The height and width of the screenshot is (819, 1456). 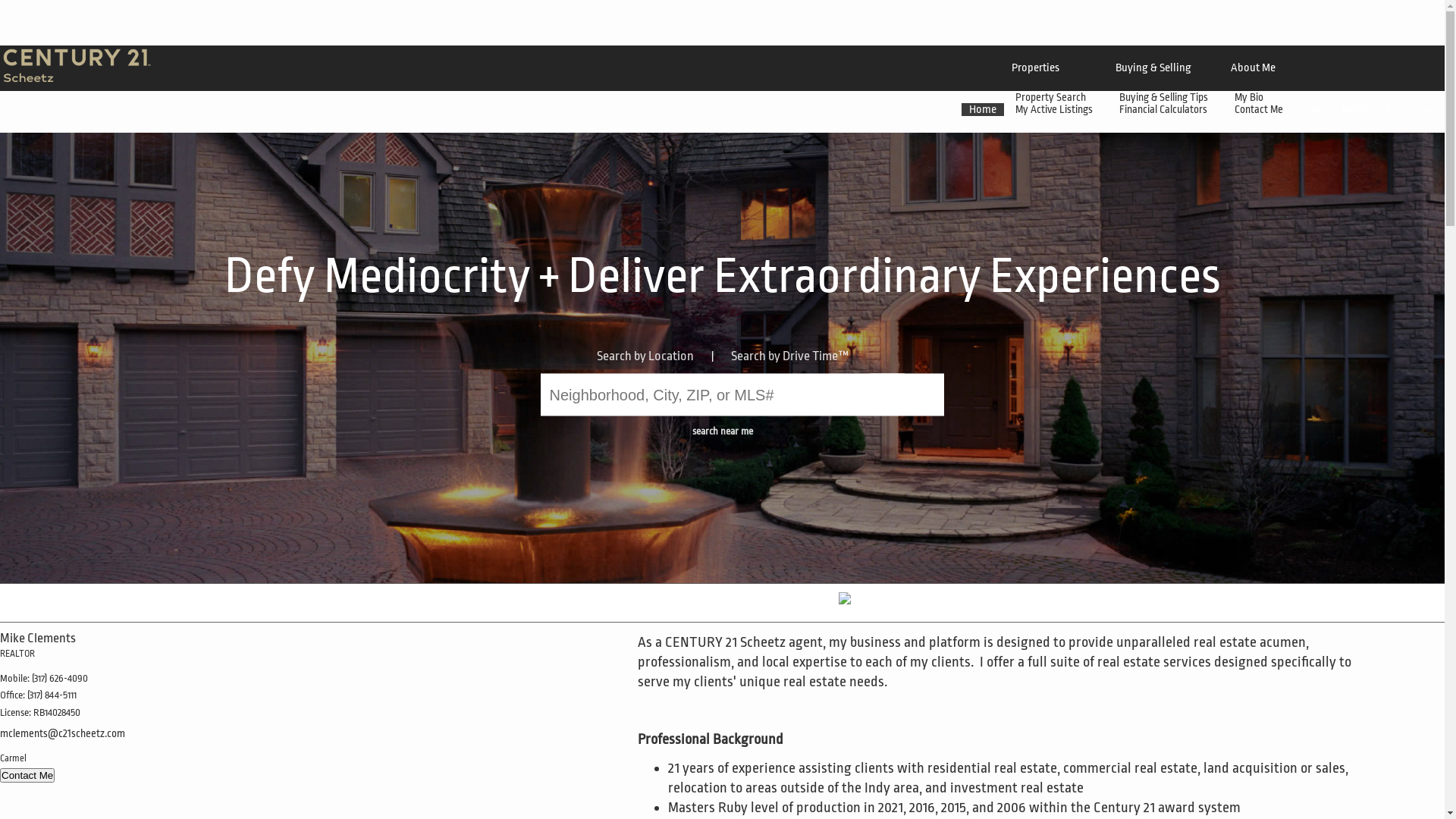 What do you see at coordinates (61, 733) in the screenshot?
I see `'mclements@c21scheetz.com'` at bounding box center [61, 733].